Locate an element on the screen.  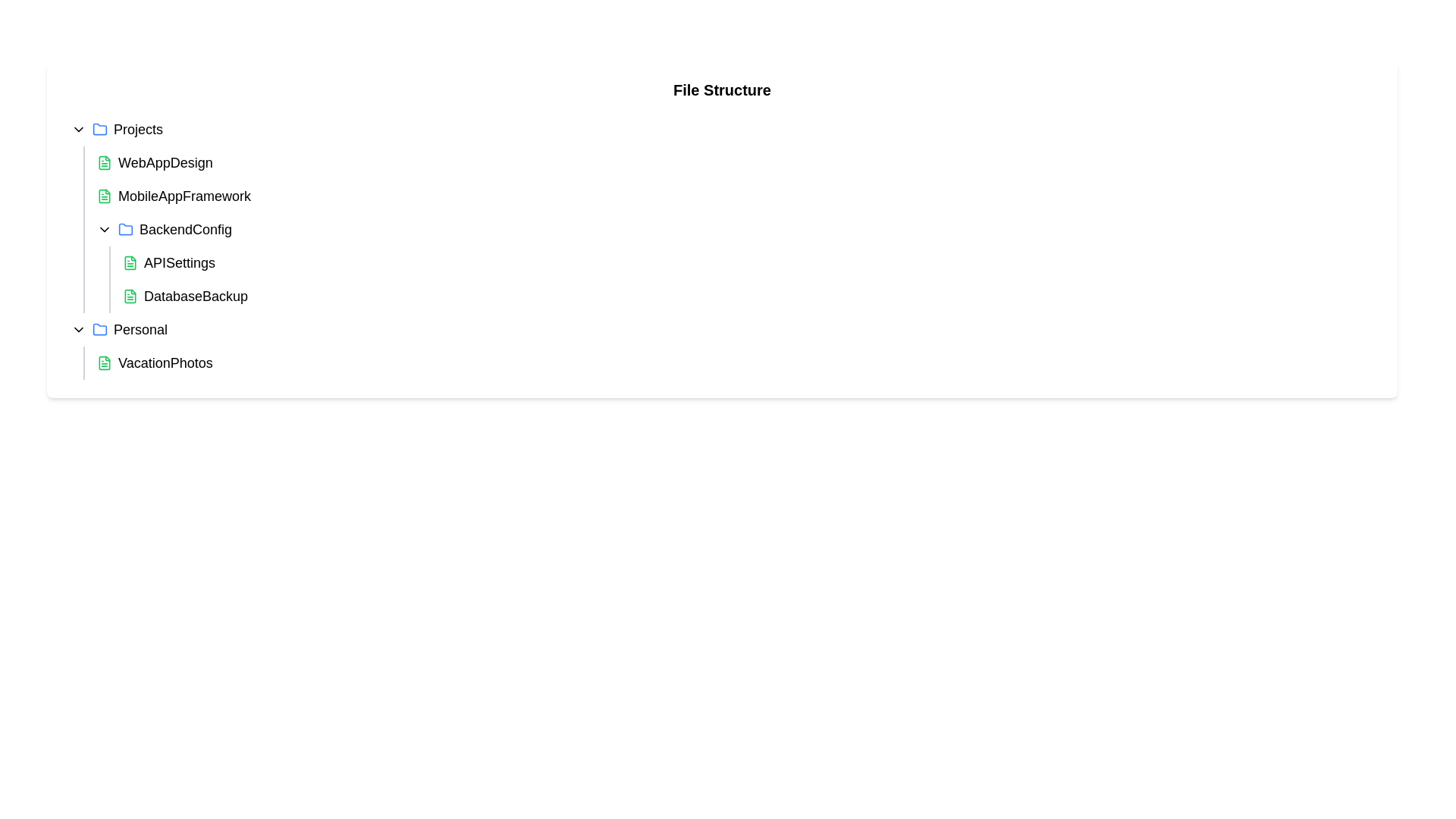
the small document icon with green strokes located to the left of the text 'WebAppDesign' is located at coordinates (104, 163).